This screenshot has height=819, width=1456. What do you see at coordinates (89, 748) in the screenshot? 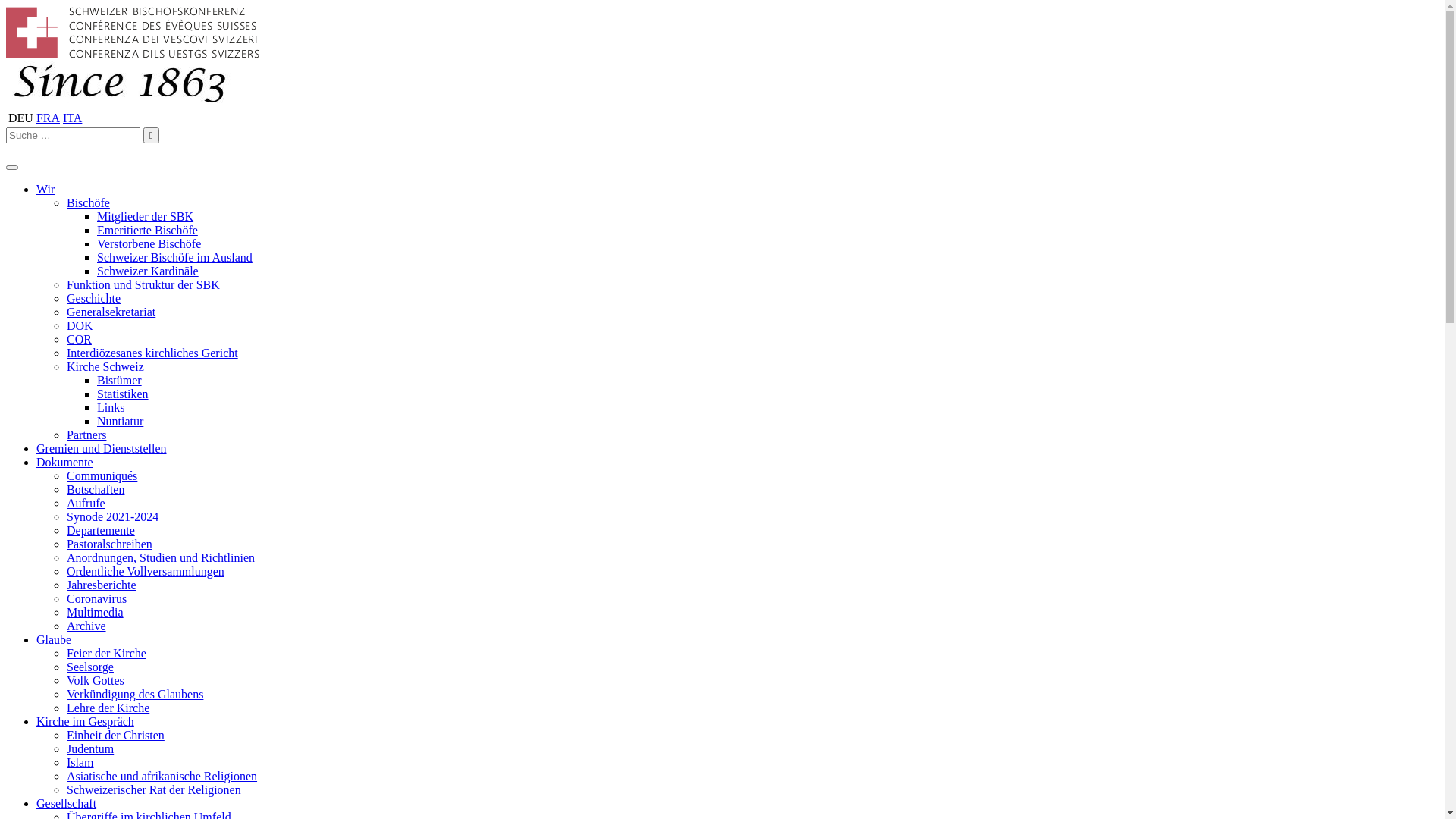
I see `'Judentum'` at bounding box center [89, 748].